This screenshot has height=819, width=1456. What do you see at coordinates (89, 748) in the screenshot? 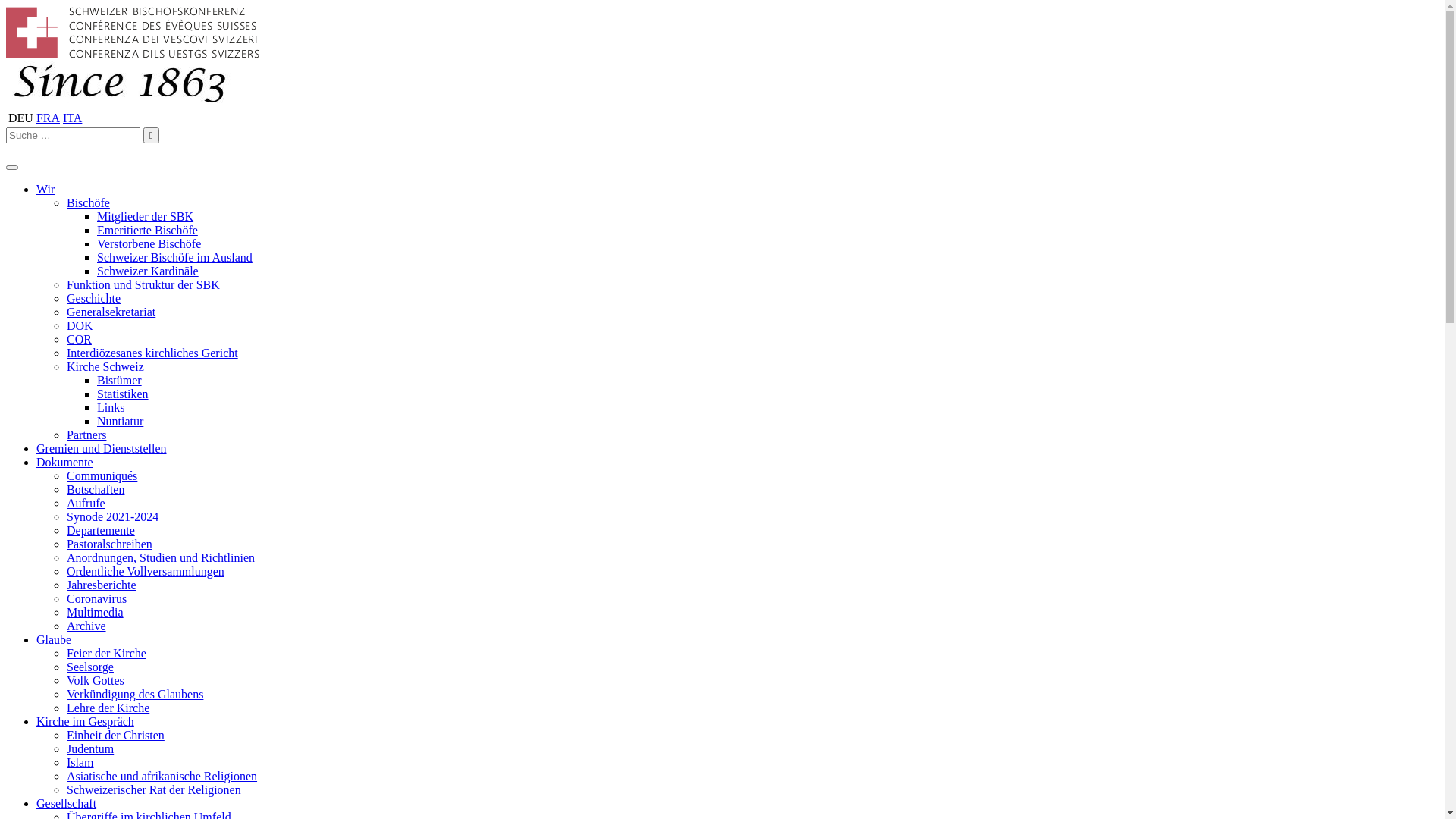
I see `'Judentum'` at bounding box center [89, 748].